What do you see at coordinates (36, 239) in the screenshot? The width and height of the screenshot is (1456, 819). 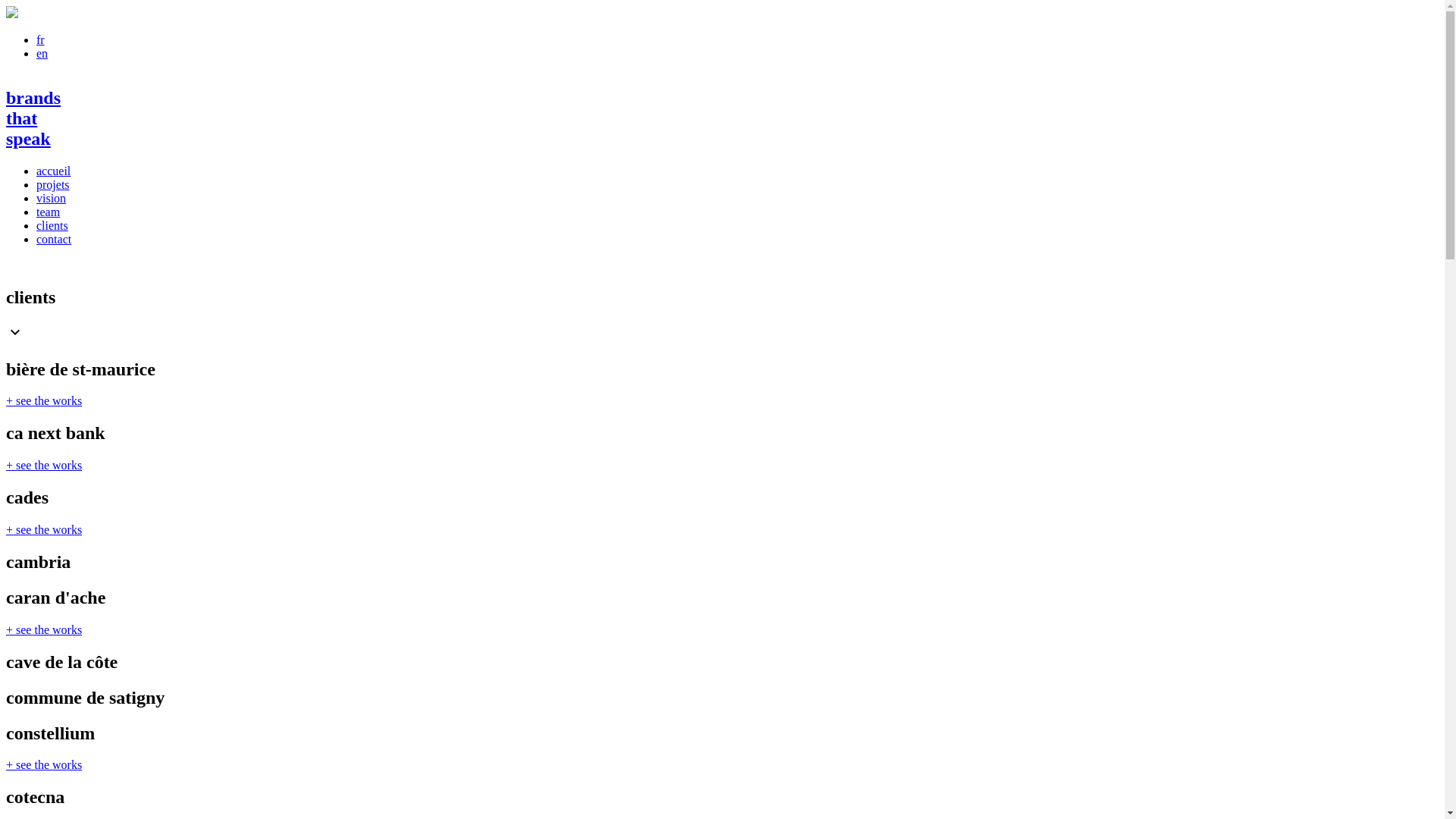 I see `'contact'` at bounding box center [36, 239].